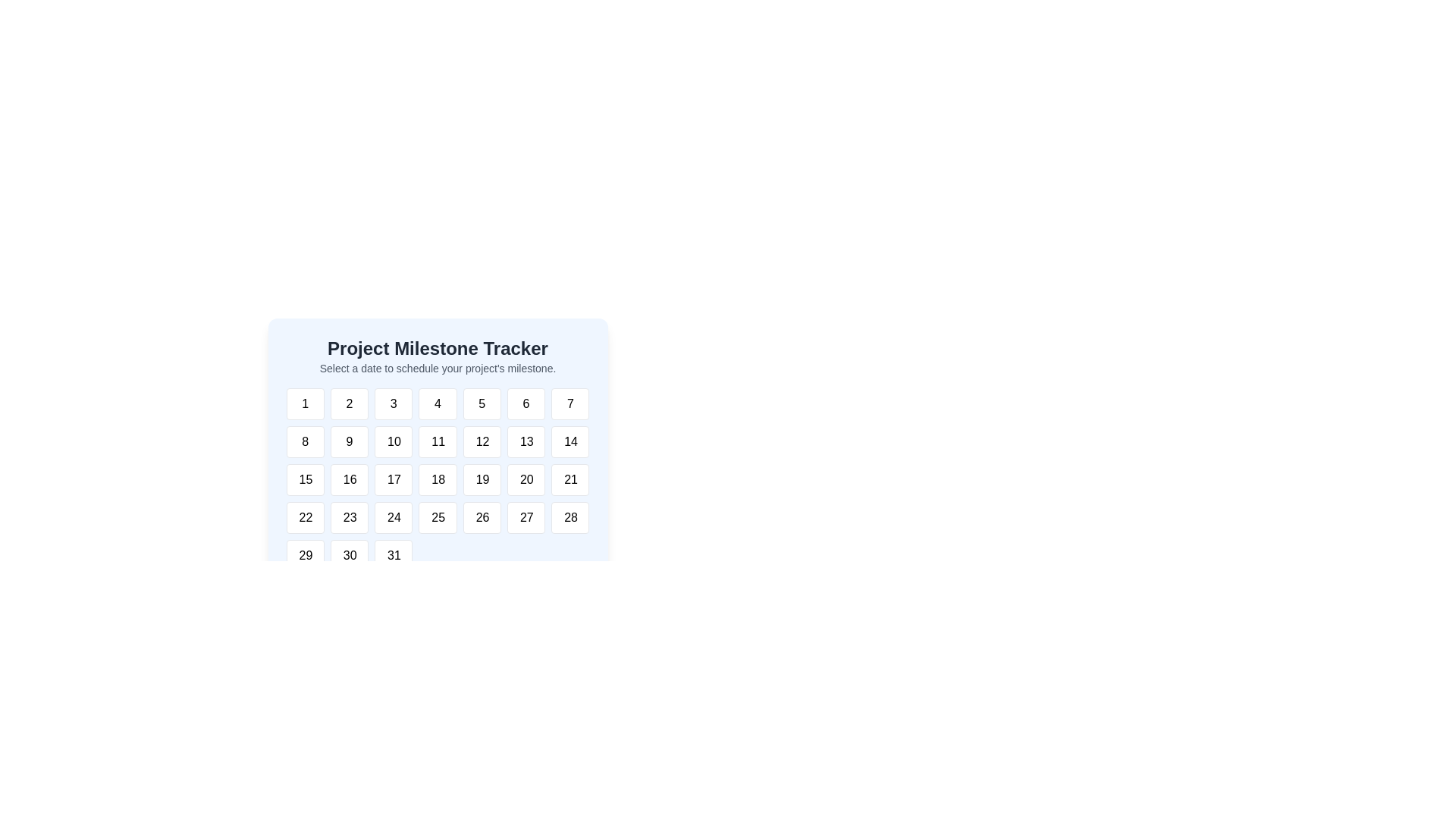 This screenshot has width=1456, height=819. What do you see at coordinates (348, 441) in the screenshot?
I see `the rounded white button labeled '9', located in the second row and second column of a 7-column grid` at bounding box center [348, 441].